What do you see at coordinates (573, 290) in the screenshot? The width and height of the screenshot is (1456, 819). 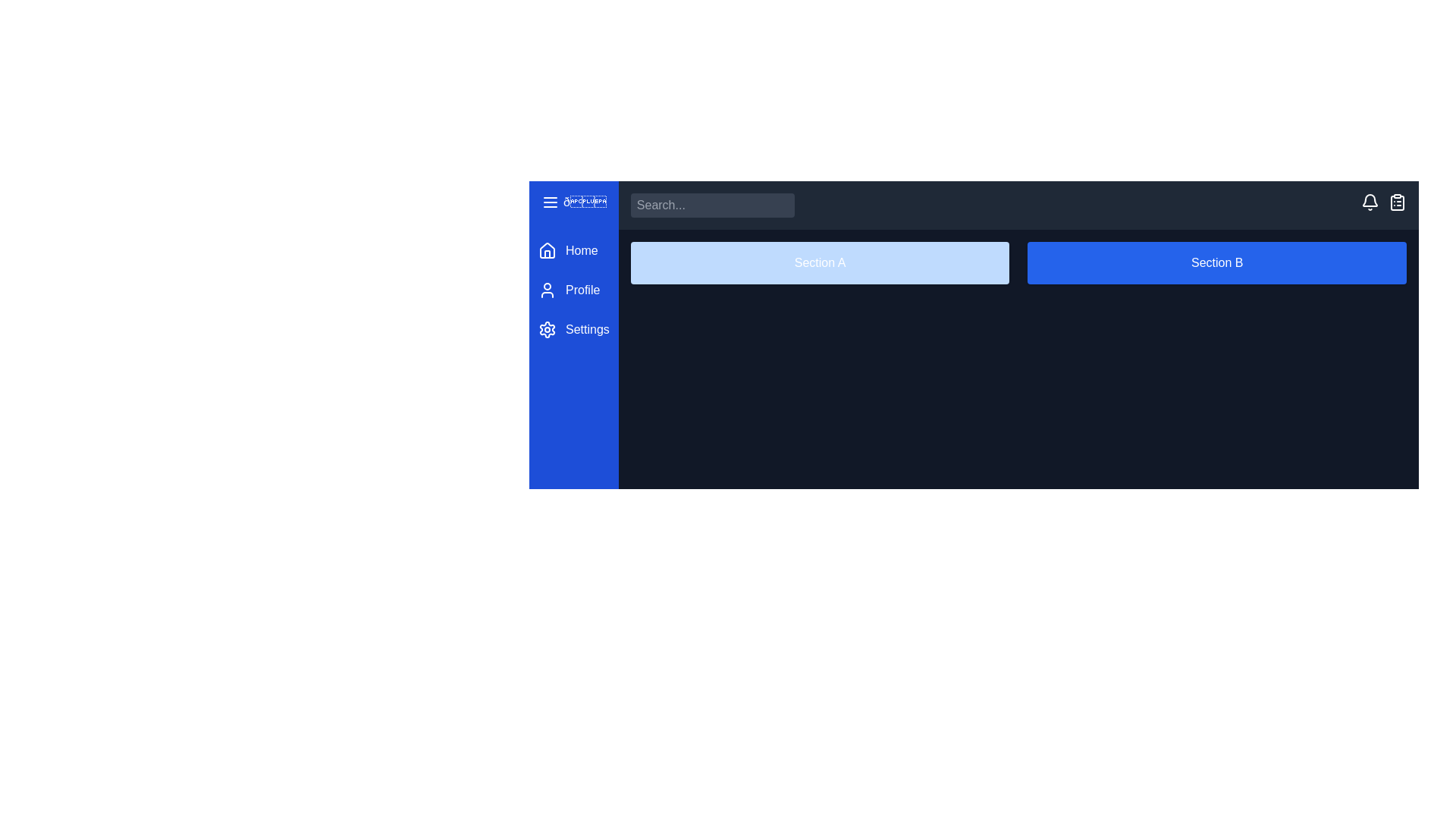 I see `the 'Profile' button in the blue sidebar` at bounding box center [573, 290].